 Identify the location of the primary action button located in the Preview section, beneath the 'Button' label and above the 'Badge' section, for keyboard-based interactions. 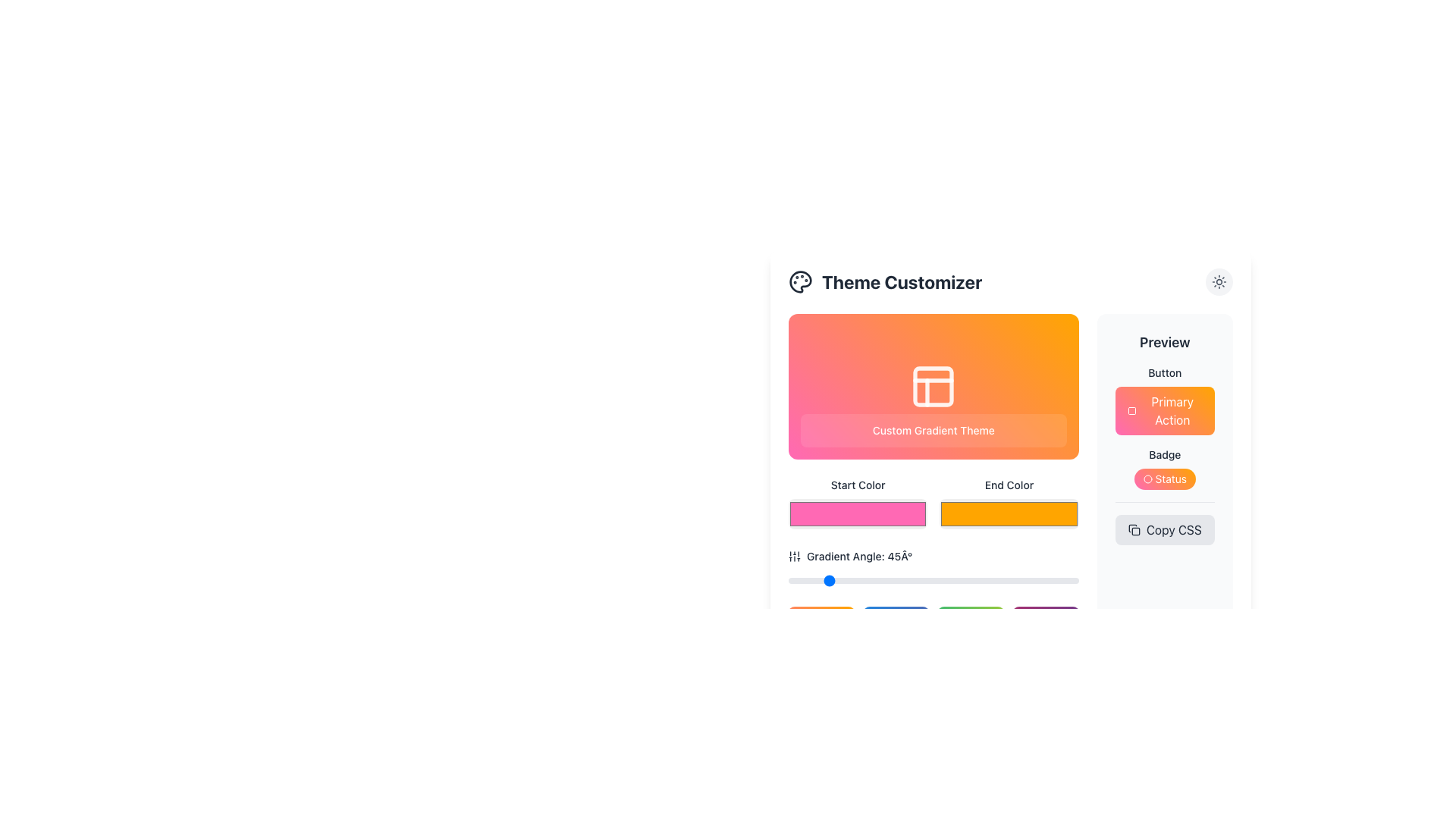
(1164, 411).